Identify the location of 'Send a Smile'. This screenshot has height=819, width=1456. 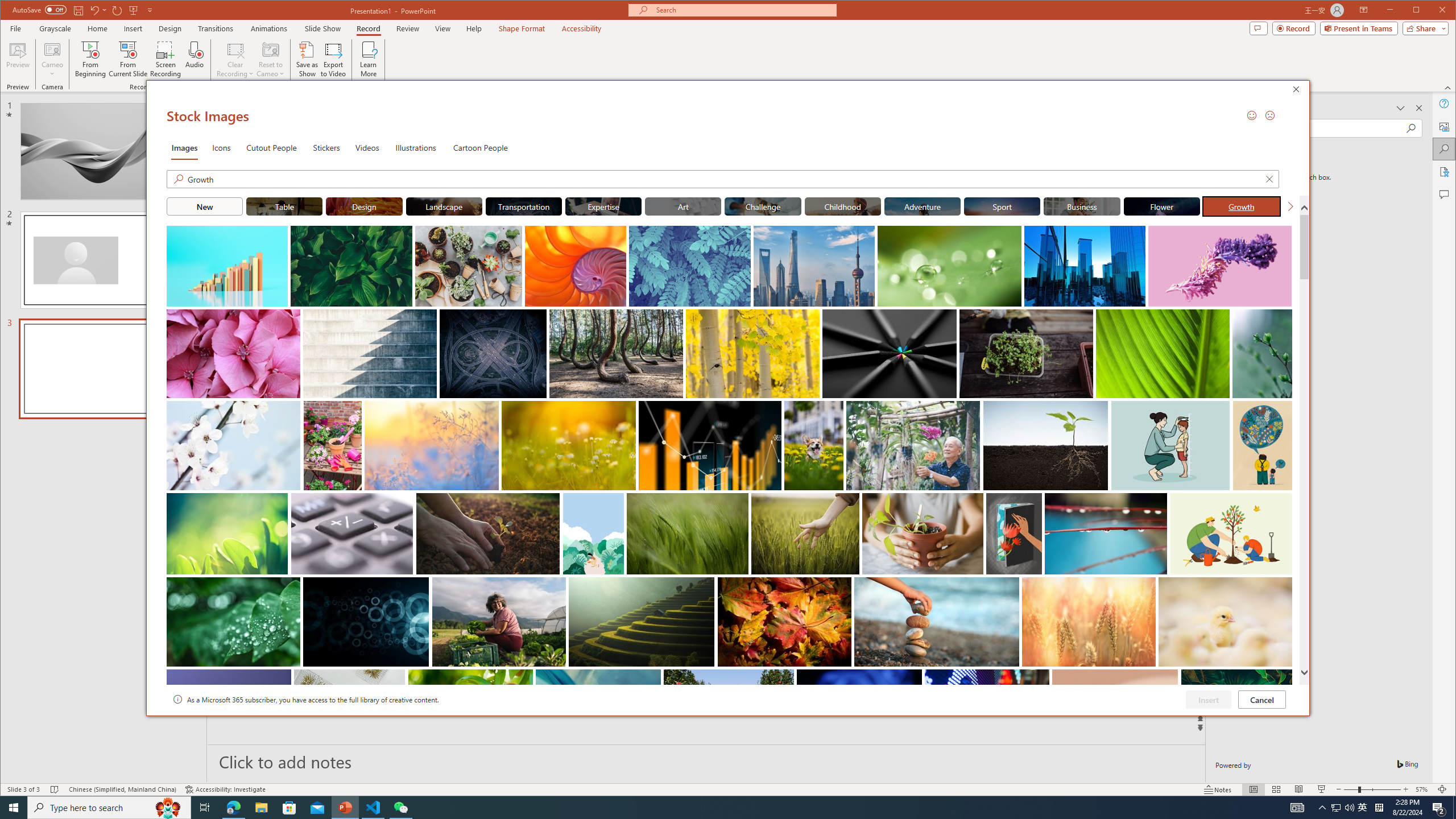
(1252, 115).